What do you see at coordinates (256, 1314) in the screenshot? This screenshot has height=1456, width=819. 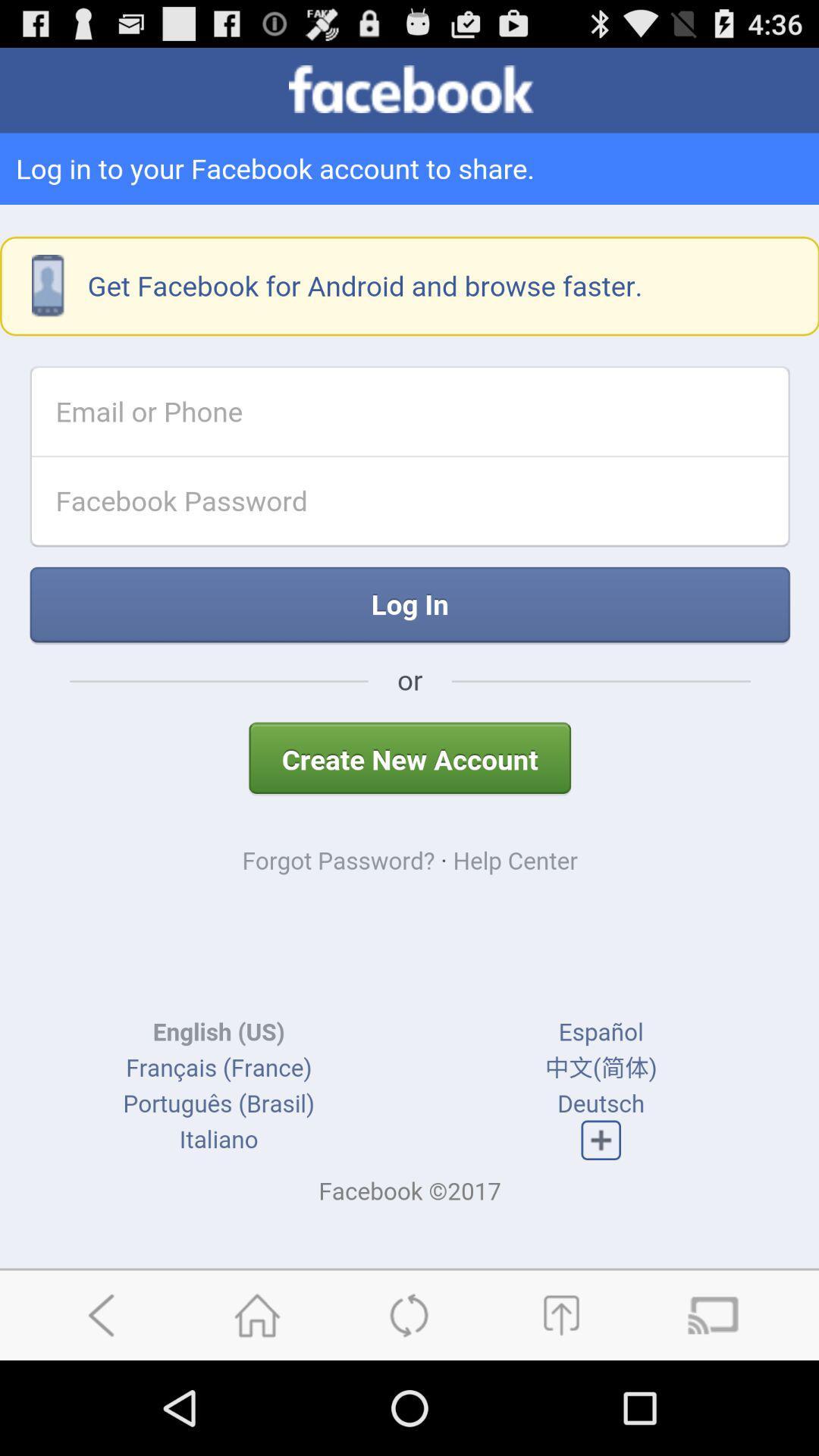 I see `home page button` at bounding box center [256, 1314].